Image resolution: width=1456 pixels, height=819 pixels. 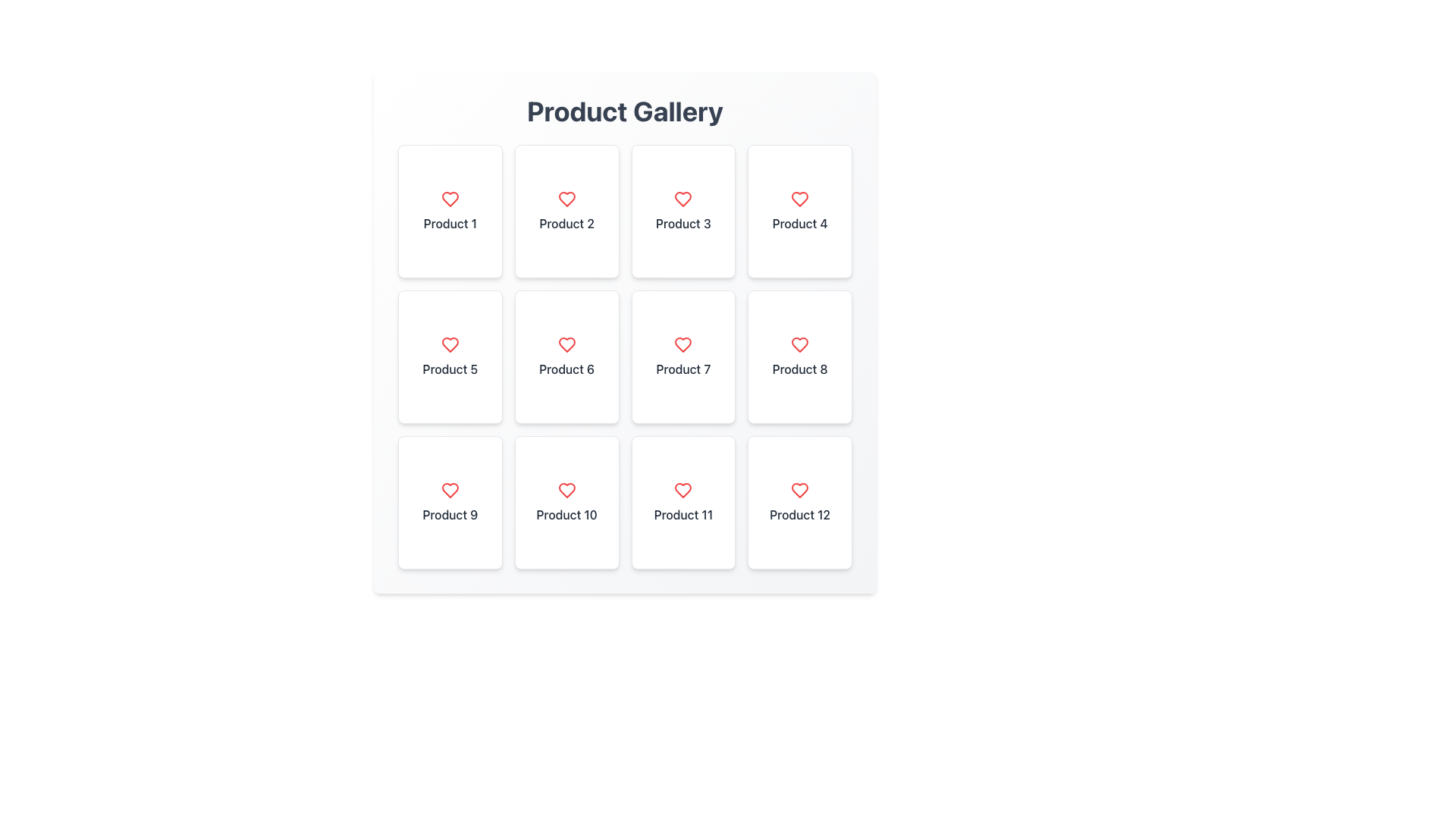 What do you see at coordinates (682, 503) in the screenshot?
I see `the product card located in the third row and third column of the grid` at bounding box center [682, 503].